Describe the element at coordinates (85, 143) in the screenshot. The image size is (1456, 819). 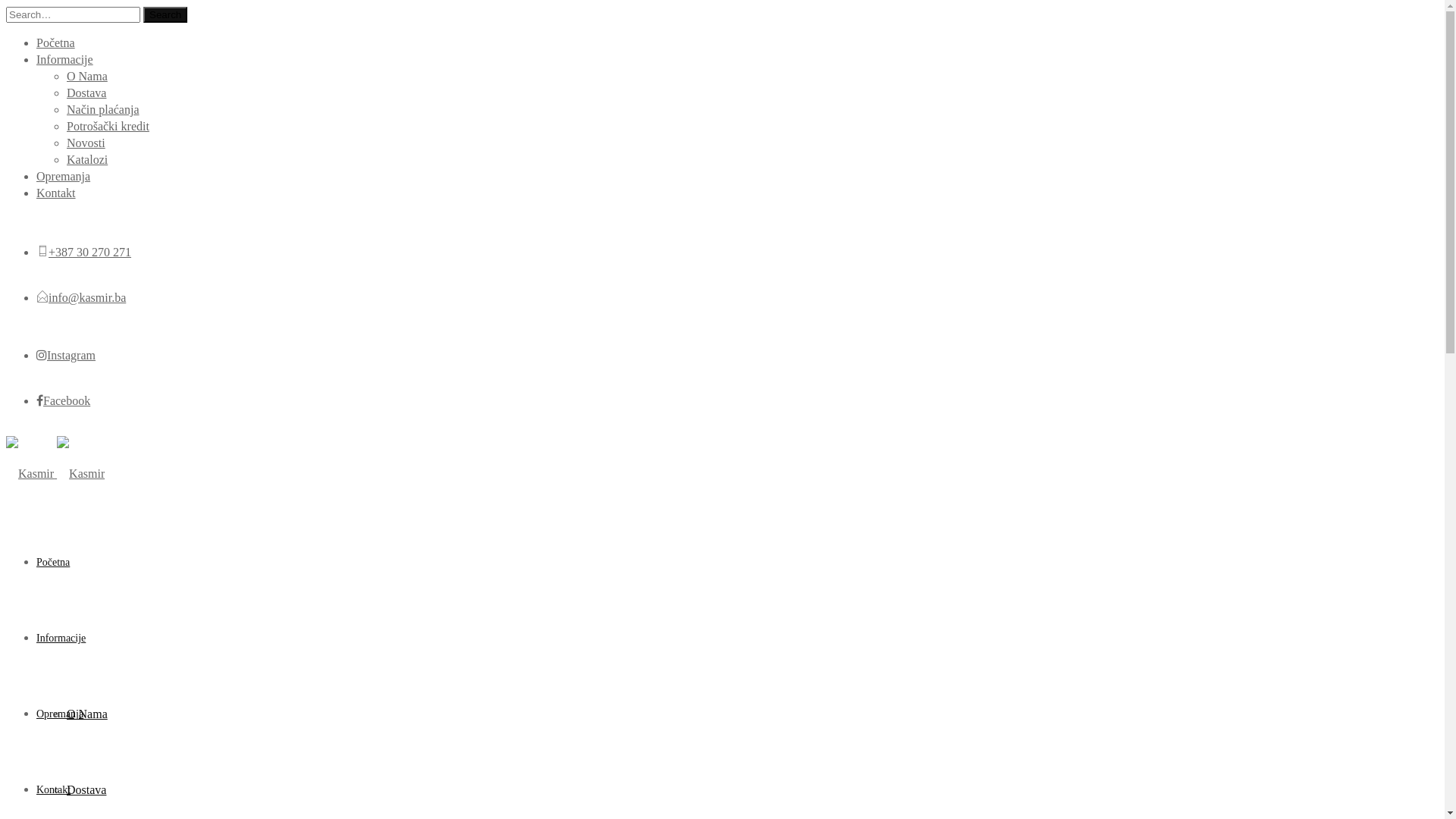
I see `'Novosti'` at that location.